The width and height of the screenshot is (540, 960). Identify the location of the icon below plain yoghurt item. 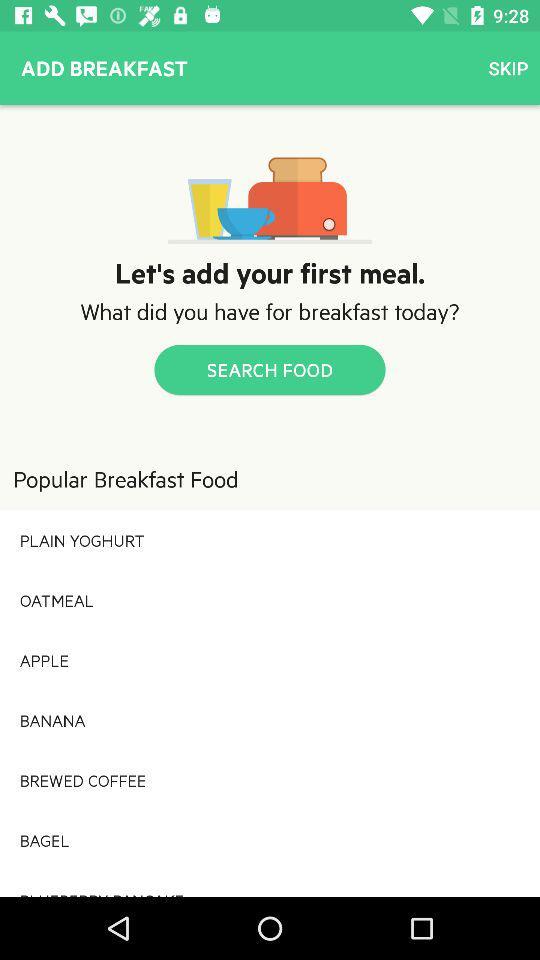
(270, 600).